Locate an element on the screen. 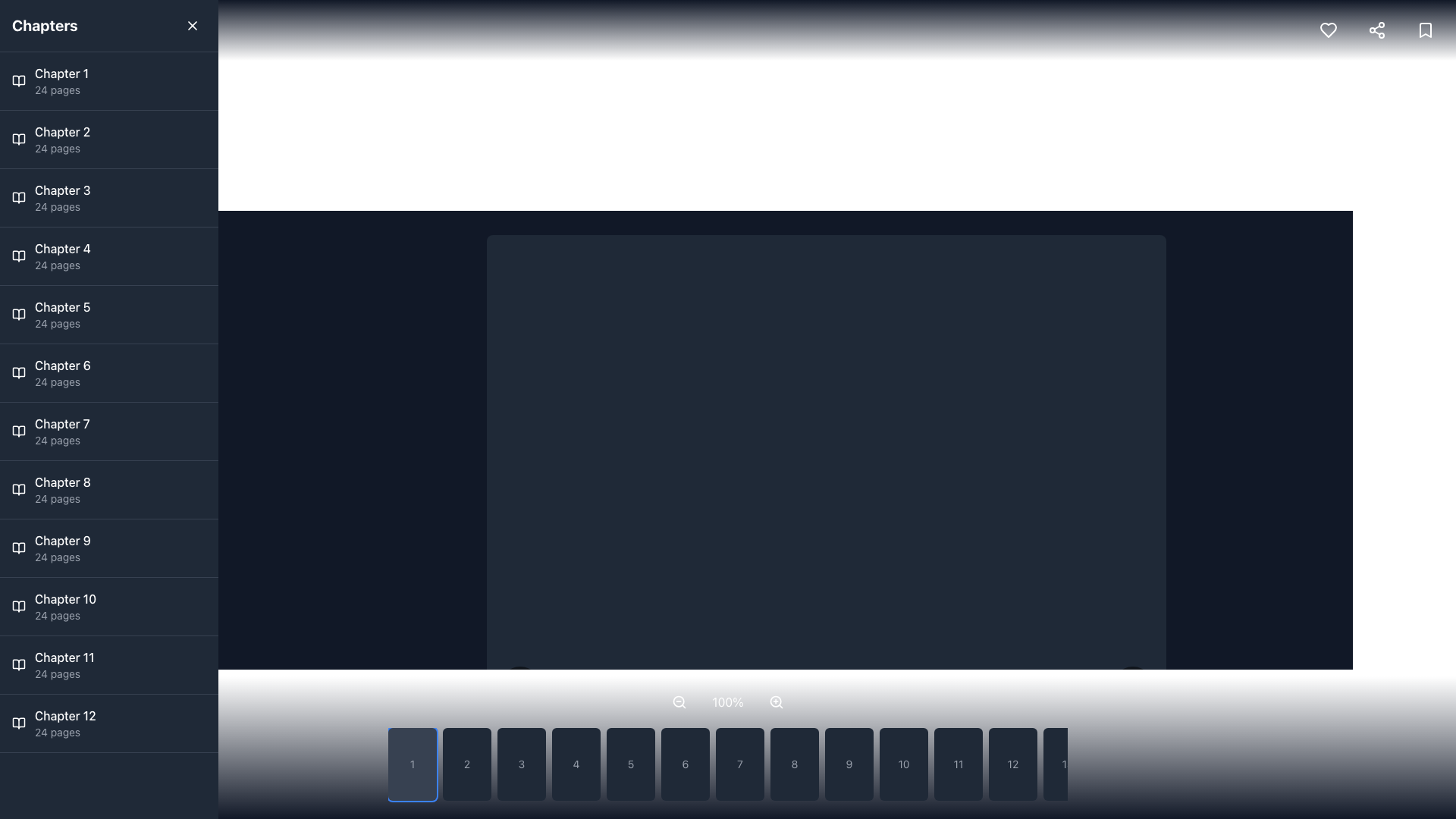  the open book icon located in the left sidebar panel next to the 'Chapter 3' label to indicate selection or navigation is located at coordinates (18, 197).